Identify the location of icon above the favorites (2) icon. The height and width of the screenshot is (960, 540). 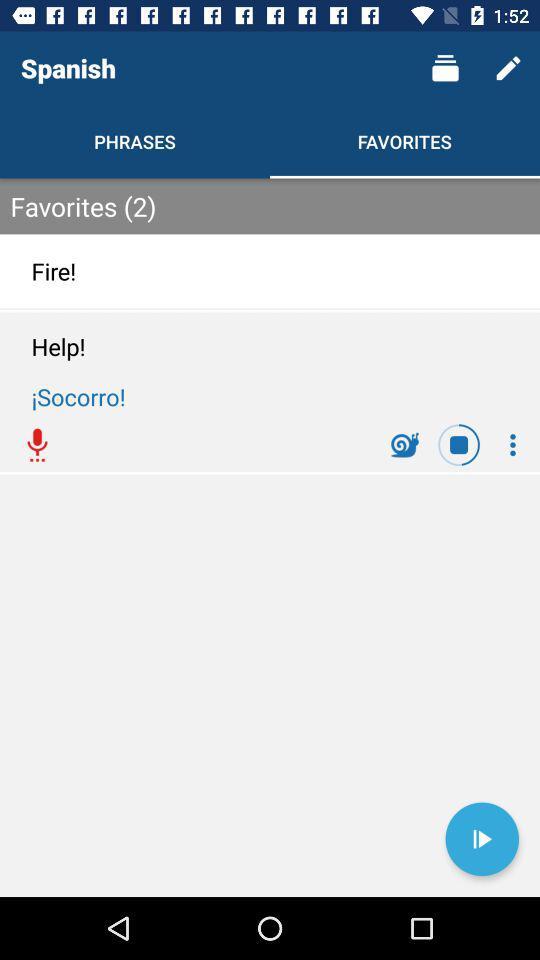
(508, 68).